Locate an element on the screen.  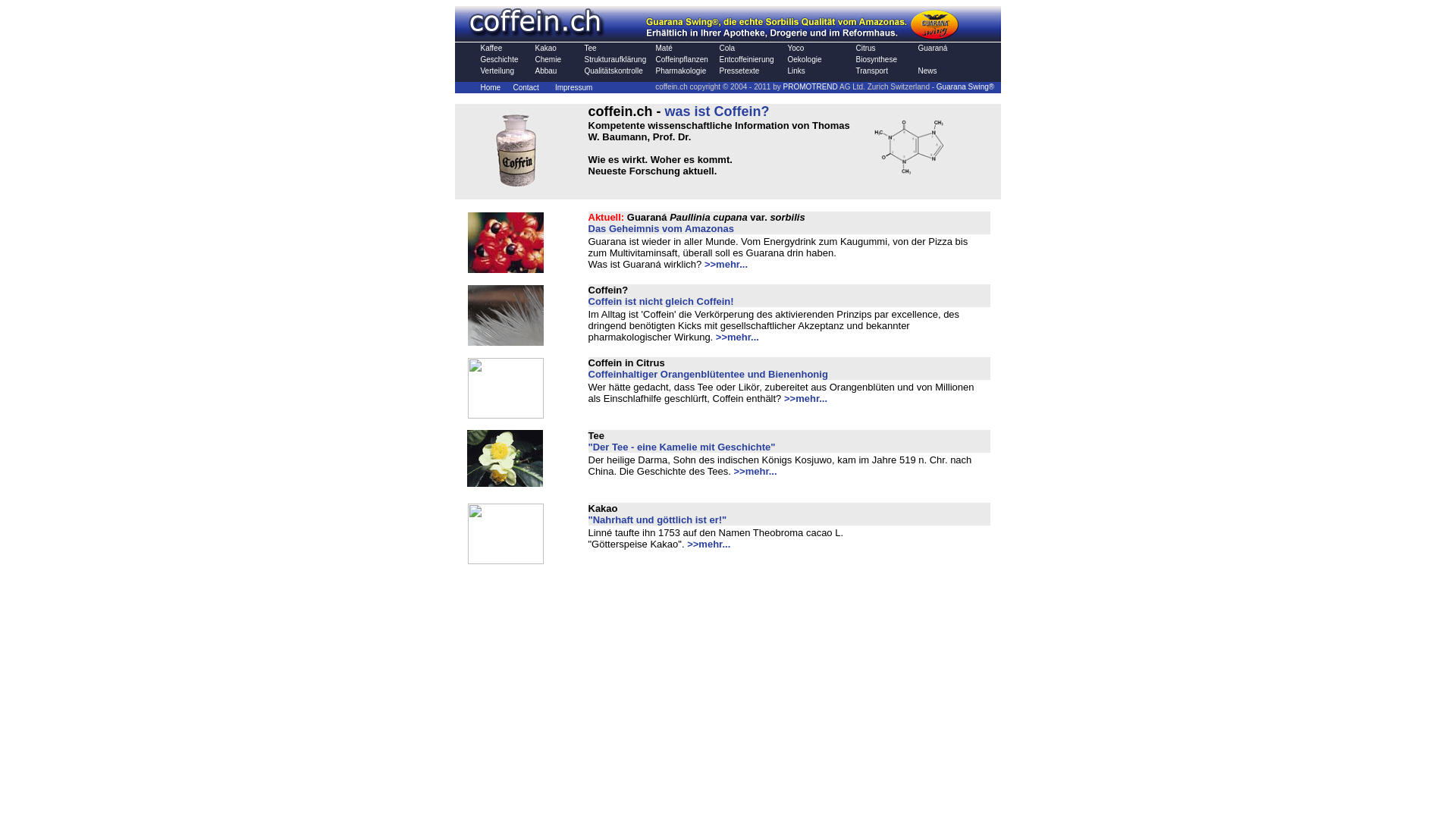
'Coffeinpflanzen' is located at coordinates (680, 58).